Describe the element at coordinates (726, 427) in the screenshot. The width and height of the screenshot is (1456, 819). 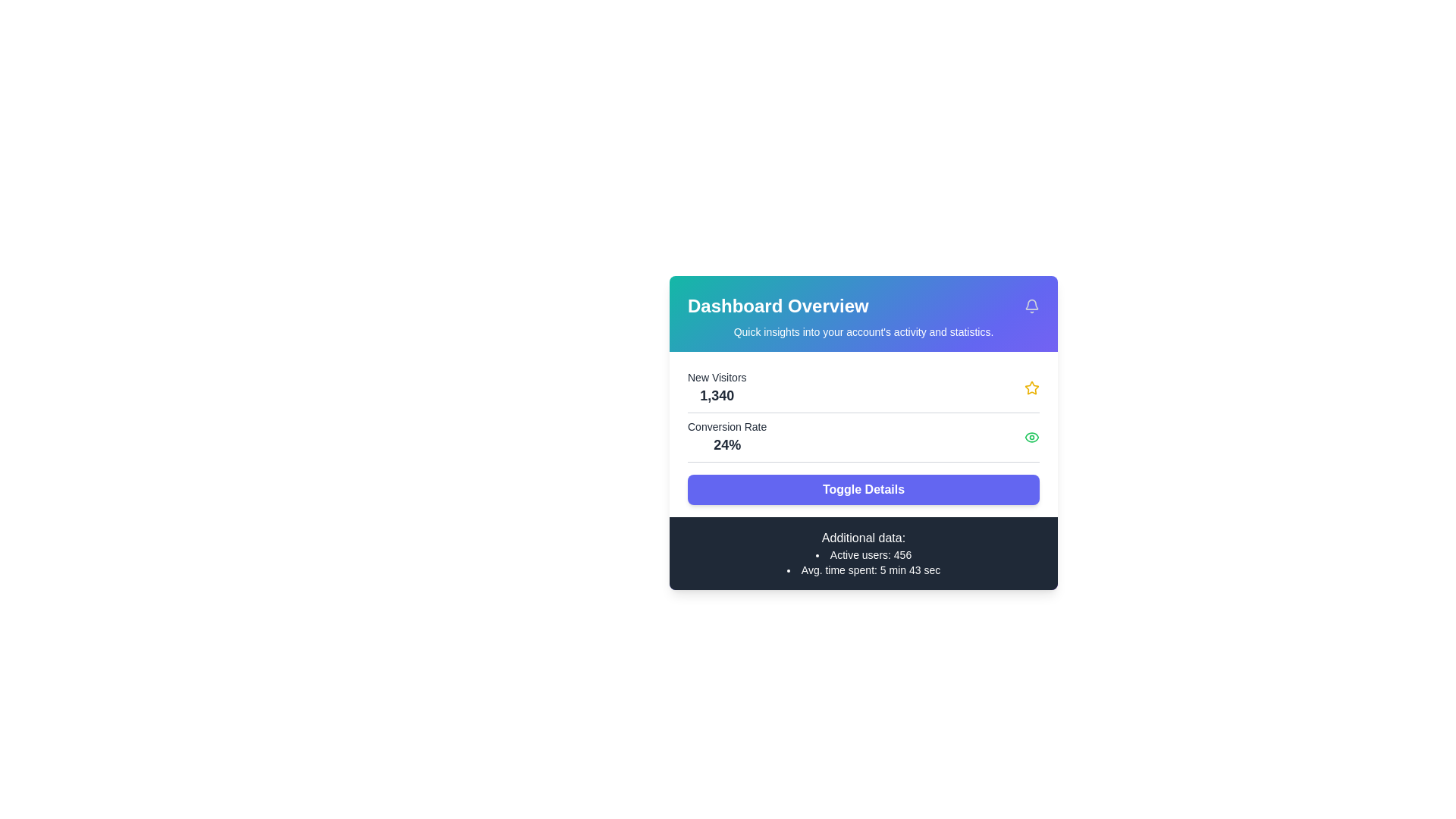
I see `the static text label that describes the metric represented by the percentage '24%', which is positioned beneath 'New Visitors 1,340' and above the percentage value '24%' within the dashboard-style card interface` at that location.